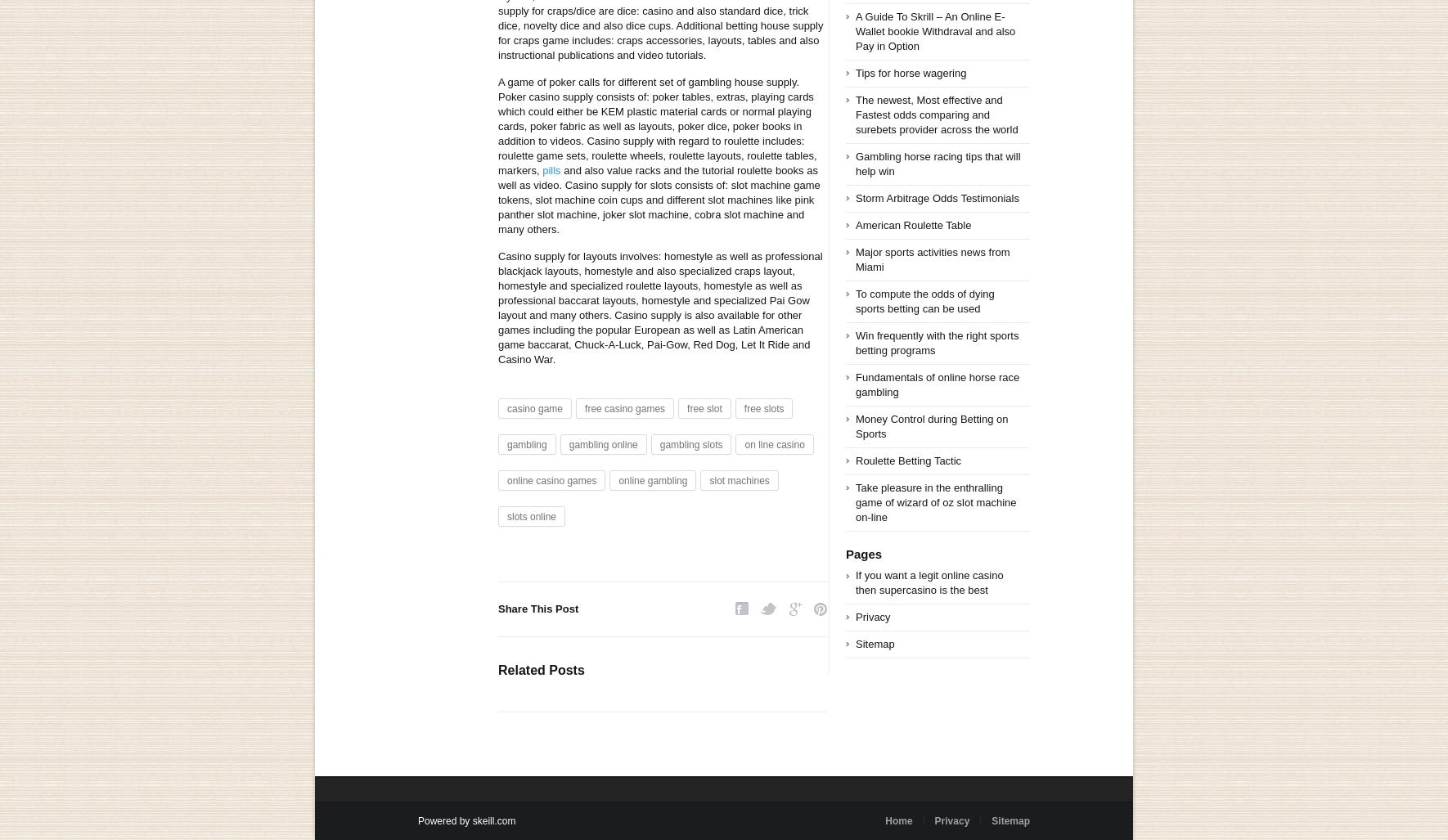  What do you see at coordinates (937, 114) in the screenshot?
I see `'The newest, Most effective and Fastest odds comparing and surebets provider across the world'` at bounding box center [937, 114].